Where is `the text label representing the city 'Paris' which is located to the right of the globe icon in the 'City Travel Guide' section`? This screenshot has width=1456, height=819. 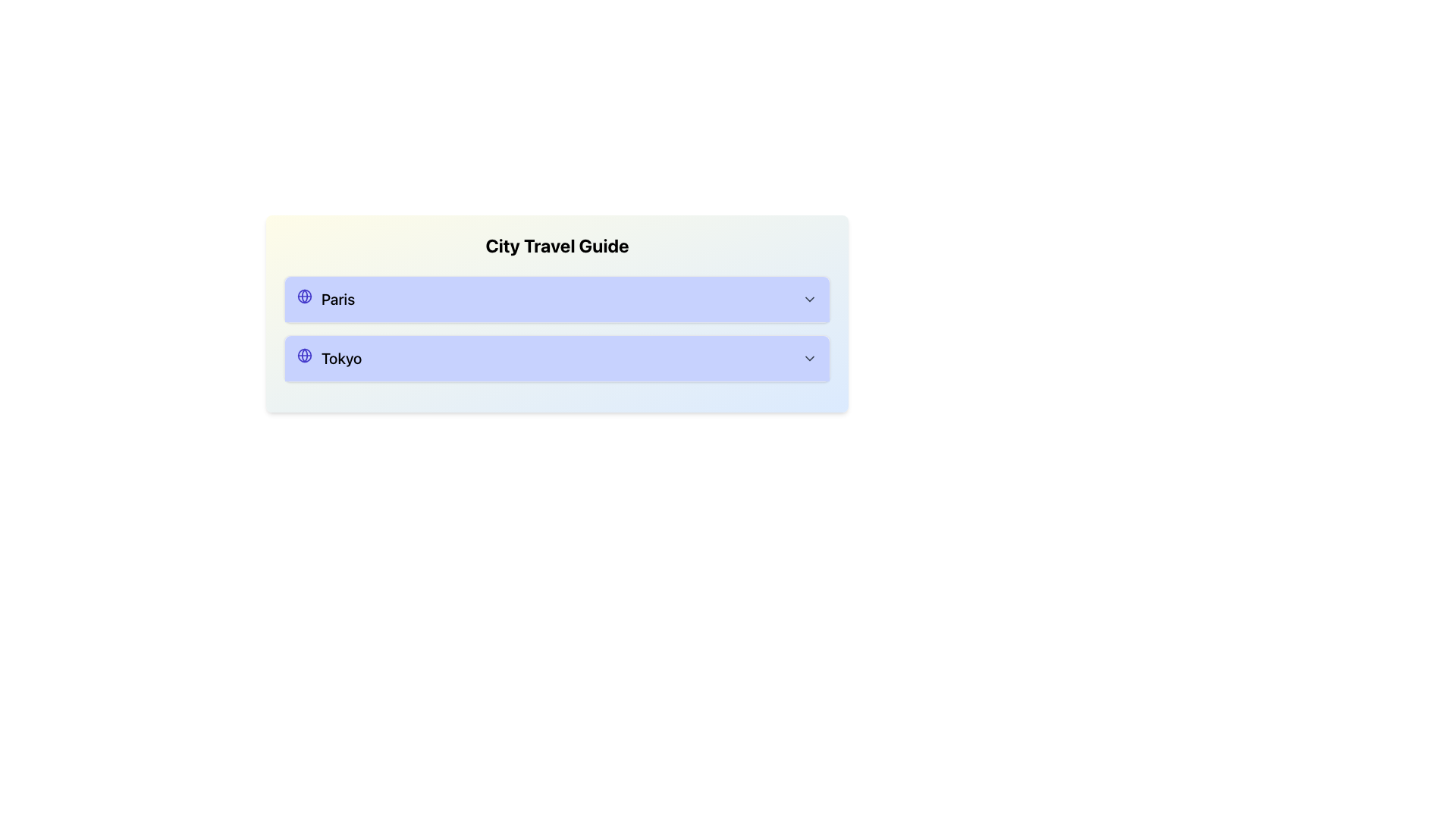 the text label representing the city 'Paris' which is located to the right of the globe icon in the 'City Travel Guide' section is located at coordinates (325, 299).